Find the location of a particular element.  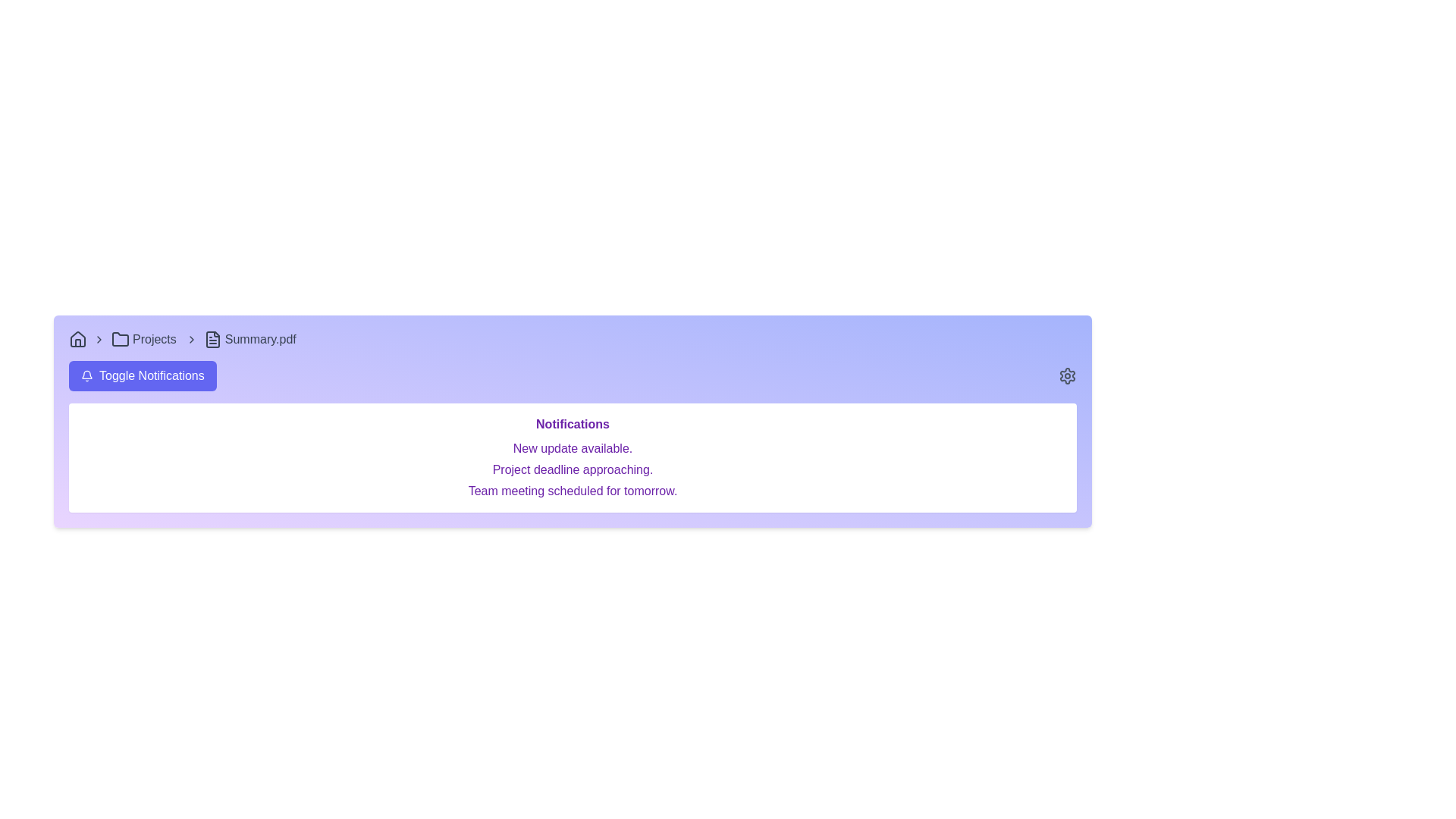

the breadcrumb navigation item labeled 'Projects' to navigate to the Projects directory is located at coordinates (157, 338).